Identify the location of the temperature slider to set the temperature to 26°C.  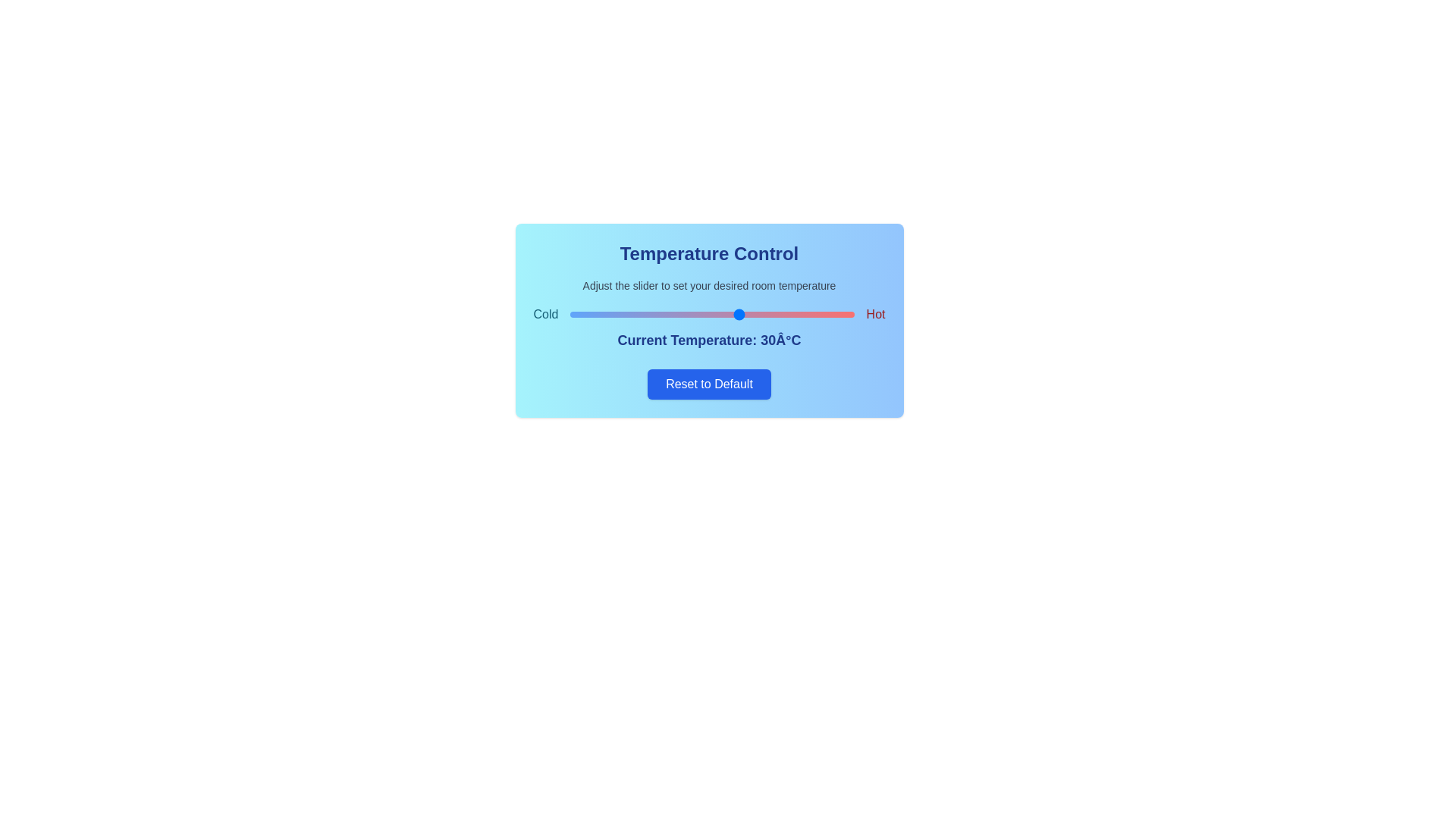
(717, 314).